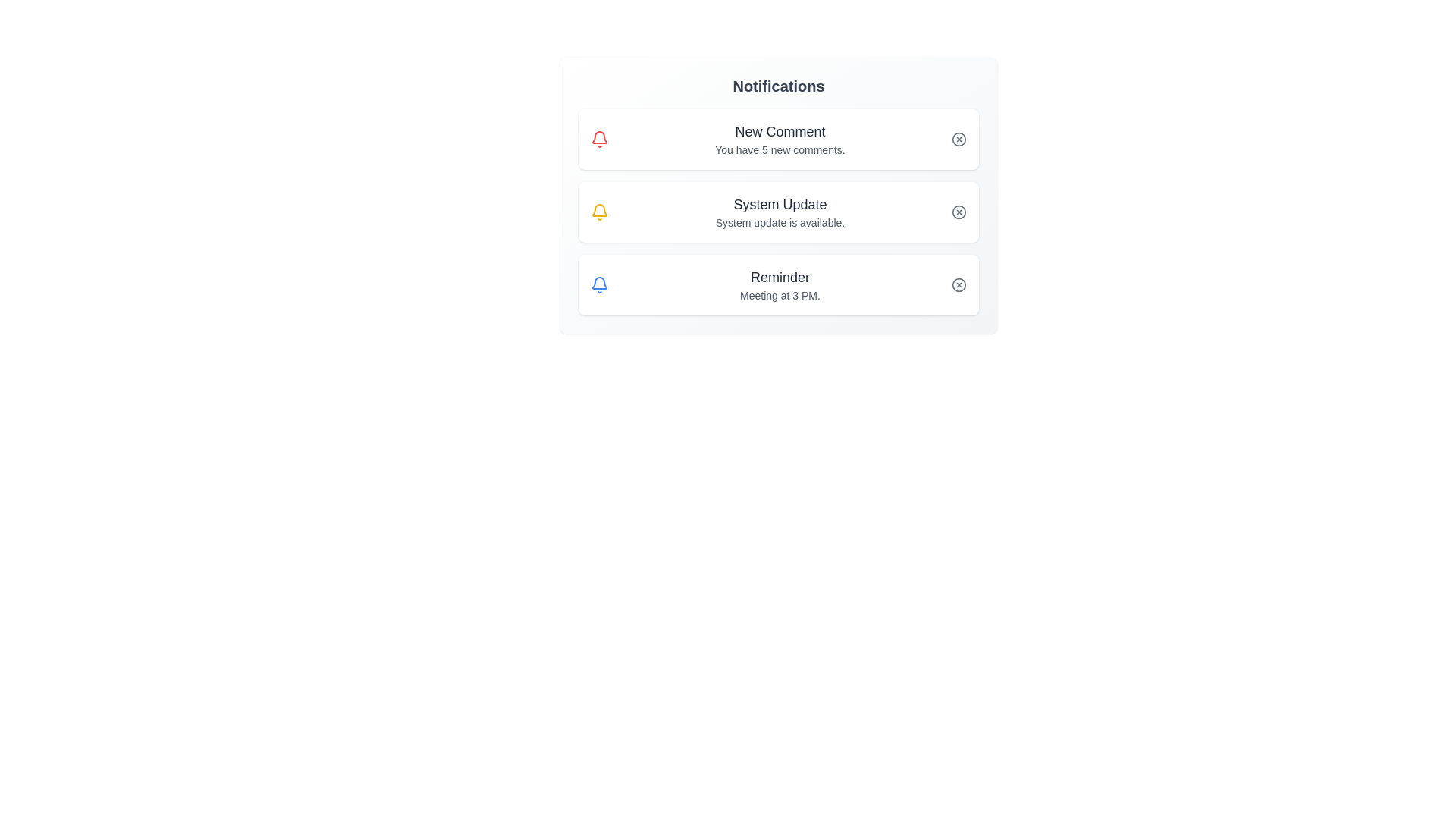 The height and width of the screenshot is (819, 1456). What do you see at coordinates (780, 149) in the screenshot?
I see `text content of the text label stating 'You have 5 new comments.' located below the title 'New Comment' in the first notification entry` at bounding box center [780, 149].